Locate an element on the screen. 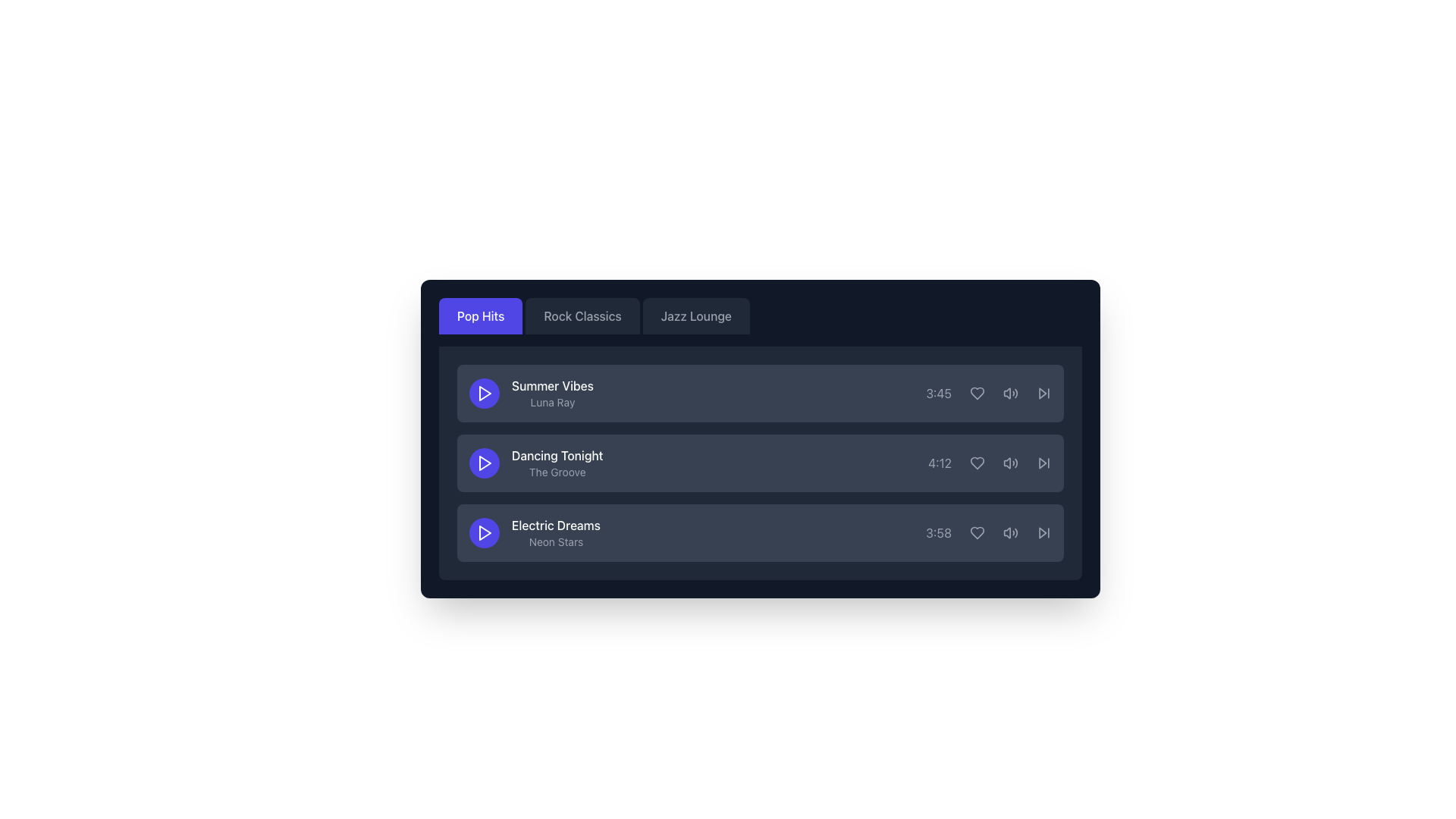 The image size is (1456, 819). the duration display of the audio track 'Dancing Tonight', which is located in the second row of the playlist, adjacent to the volume and skip-forward icons is located at coordinates (939, 462).